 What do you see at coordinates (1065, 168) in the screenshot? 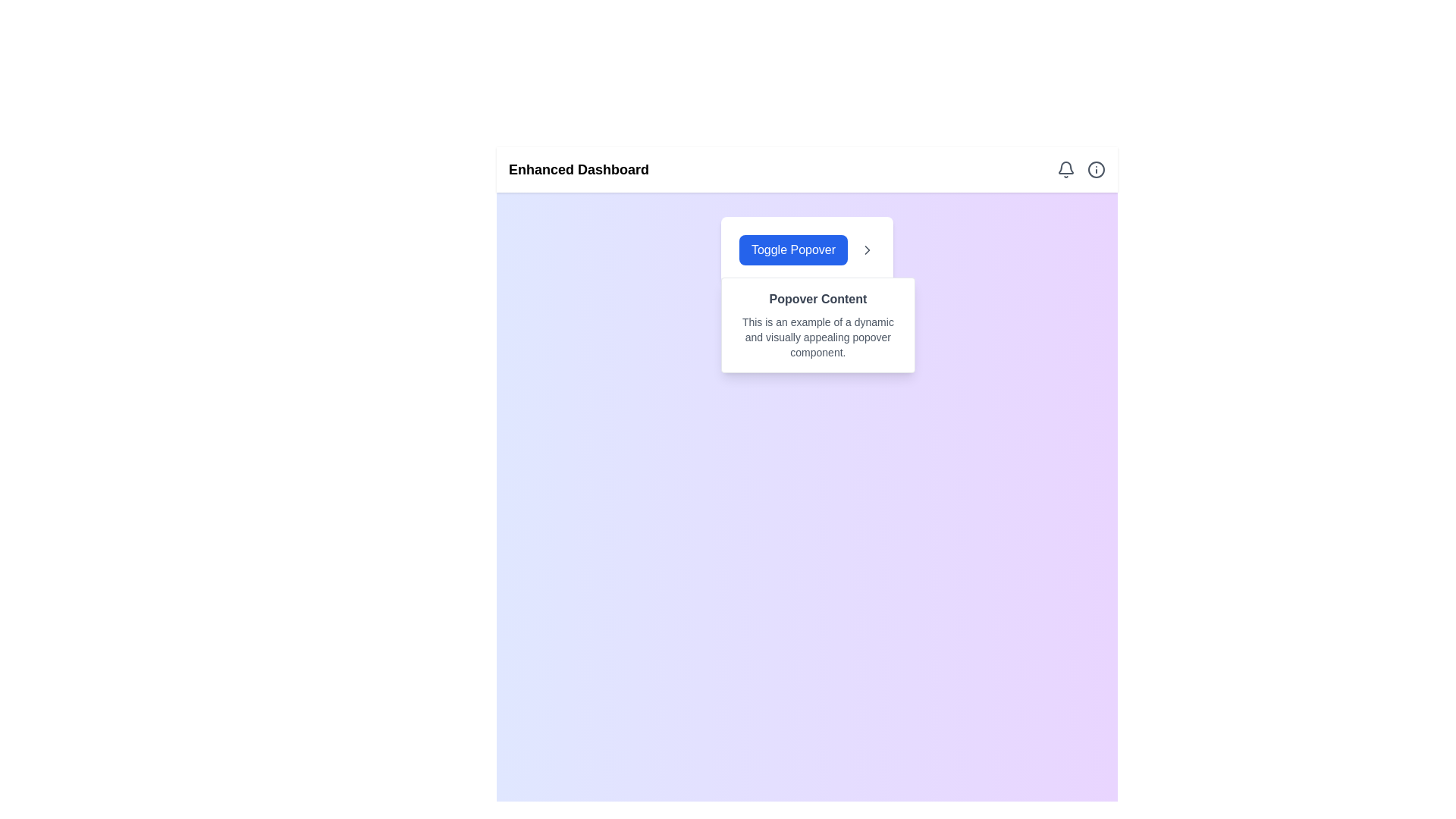
I see `the gray bell icon located in the header, positioned to the left of the circular 'info' icon` at bounding box center [1065, 168].